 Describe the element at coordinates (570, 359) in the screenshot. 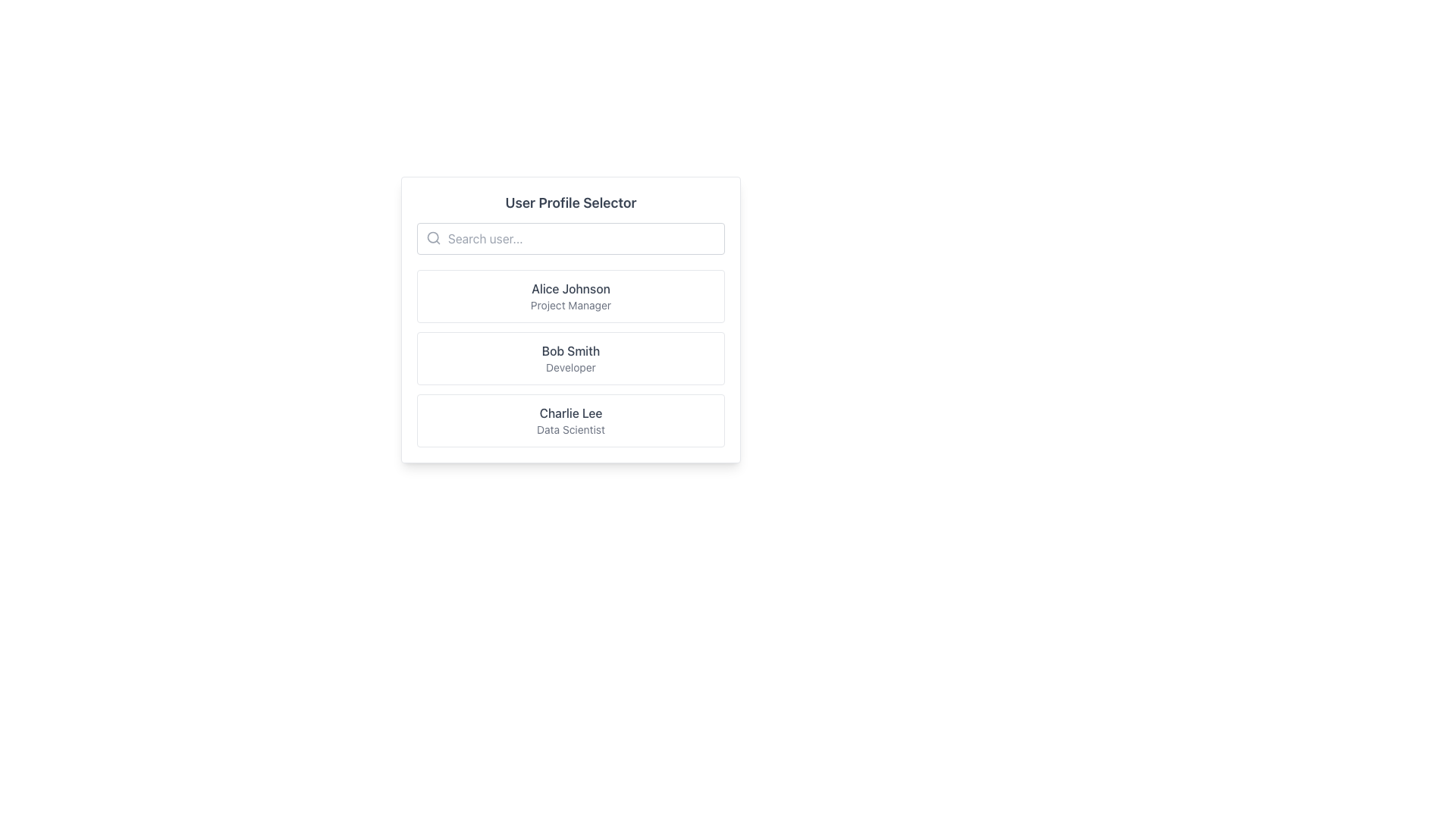

I see `to select the profile 'Bob Smith' from the second entry in the User Profile Selector list` at that location.